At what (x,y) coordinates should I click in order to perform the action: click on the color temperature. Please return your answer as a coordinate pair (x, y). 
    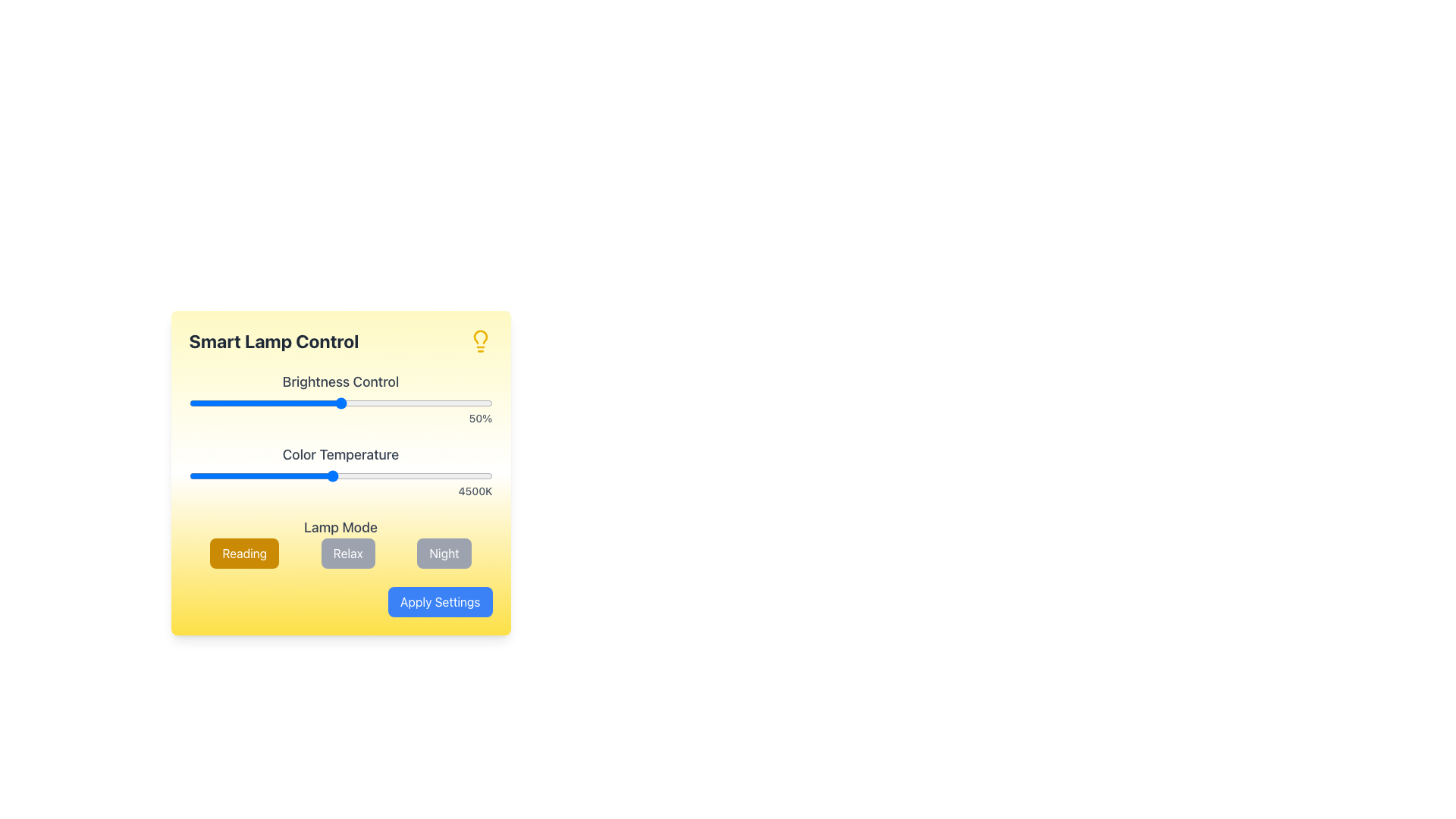
    Looking at the image, I should click on (338, 475).